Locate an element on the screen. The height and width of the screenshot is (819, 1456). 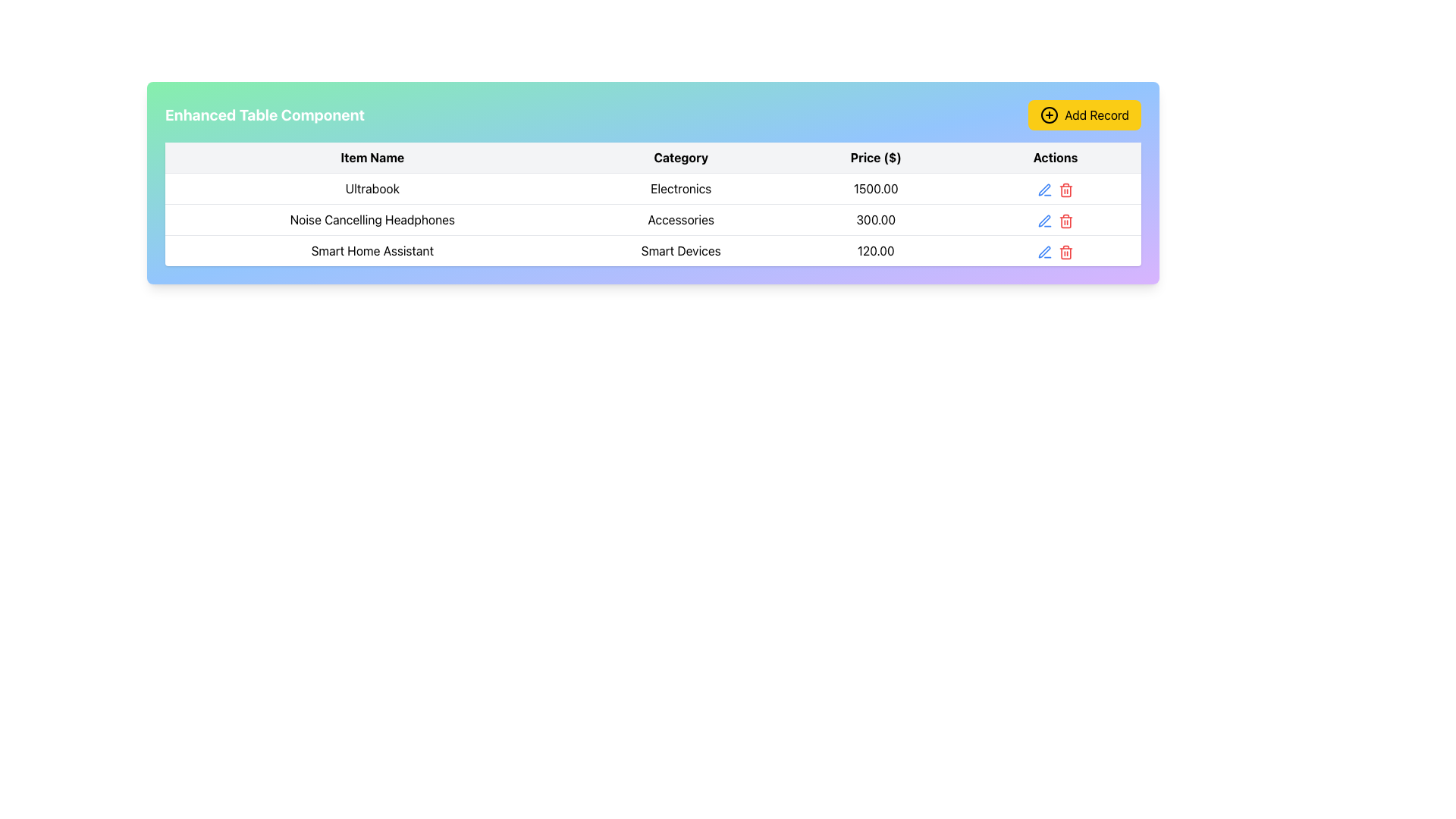
the Text Display element representing the product category in the second column of the first row of the table, located between 'Ultrabook' and '1500.00' is located at coordinates (680, 188).